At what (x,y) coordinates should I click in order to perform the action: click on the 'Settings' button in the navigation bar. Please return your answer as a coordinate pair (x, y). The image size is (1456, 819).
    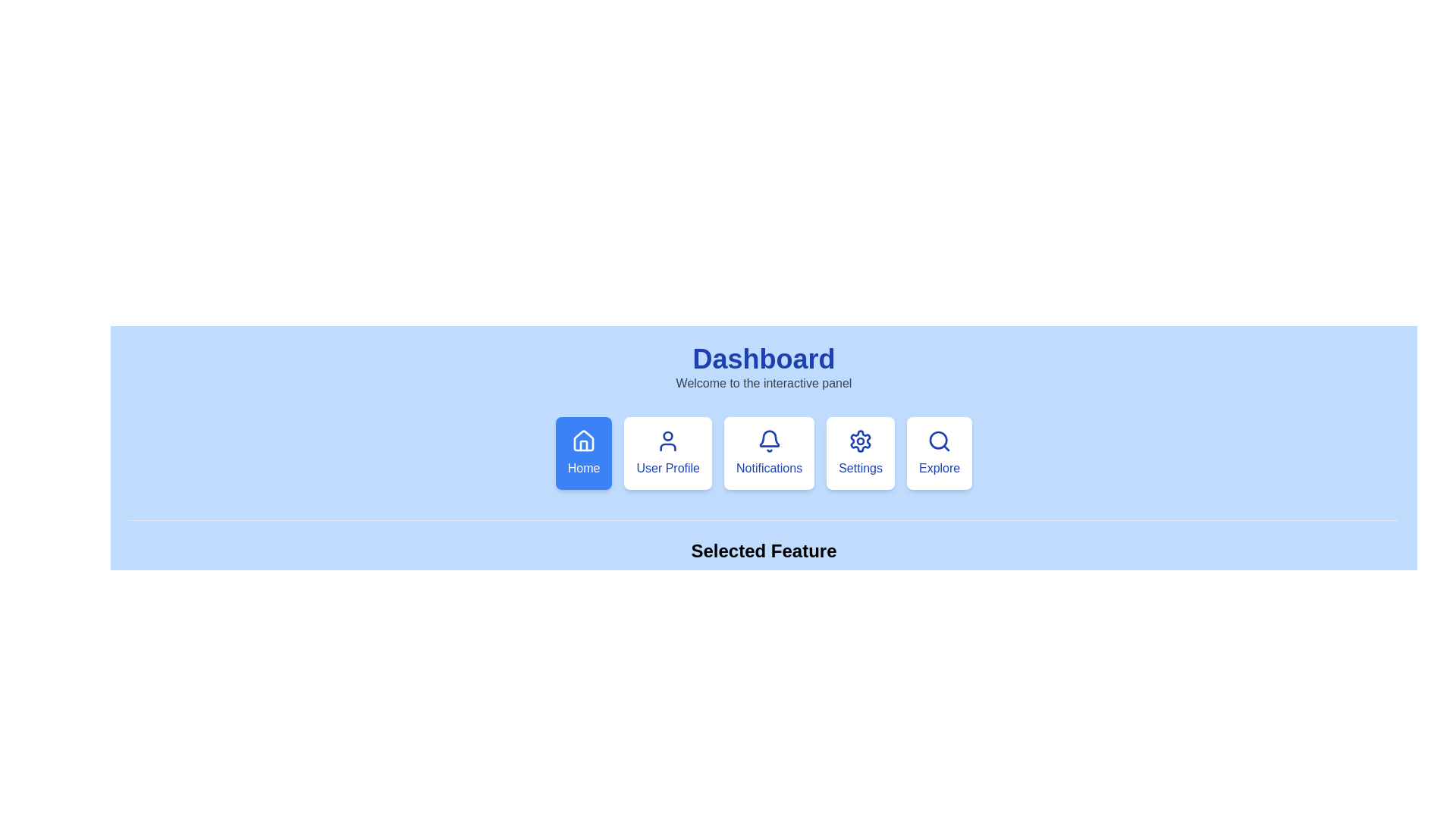
    Looking at the image, I should click on (861, 452).